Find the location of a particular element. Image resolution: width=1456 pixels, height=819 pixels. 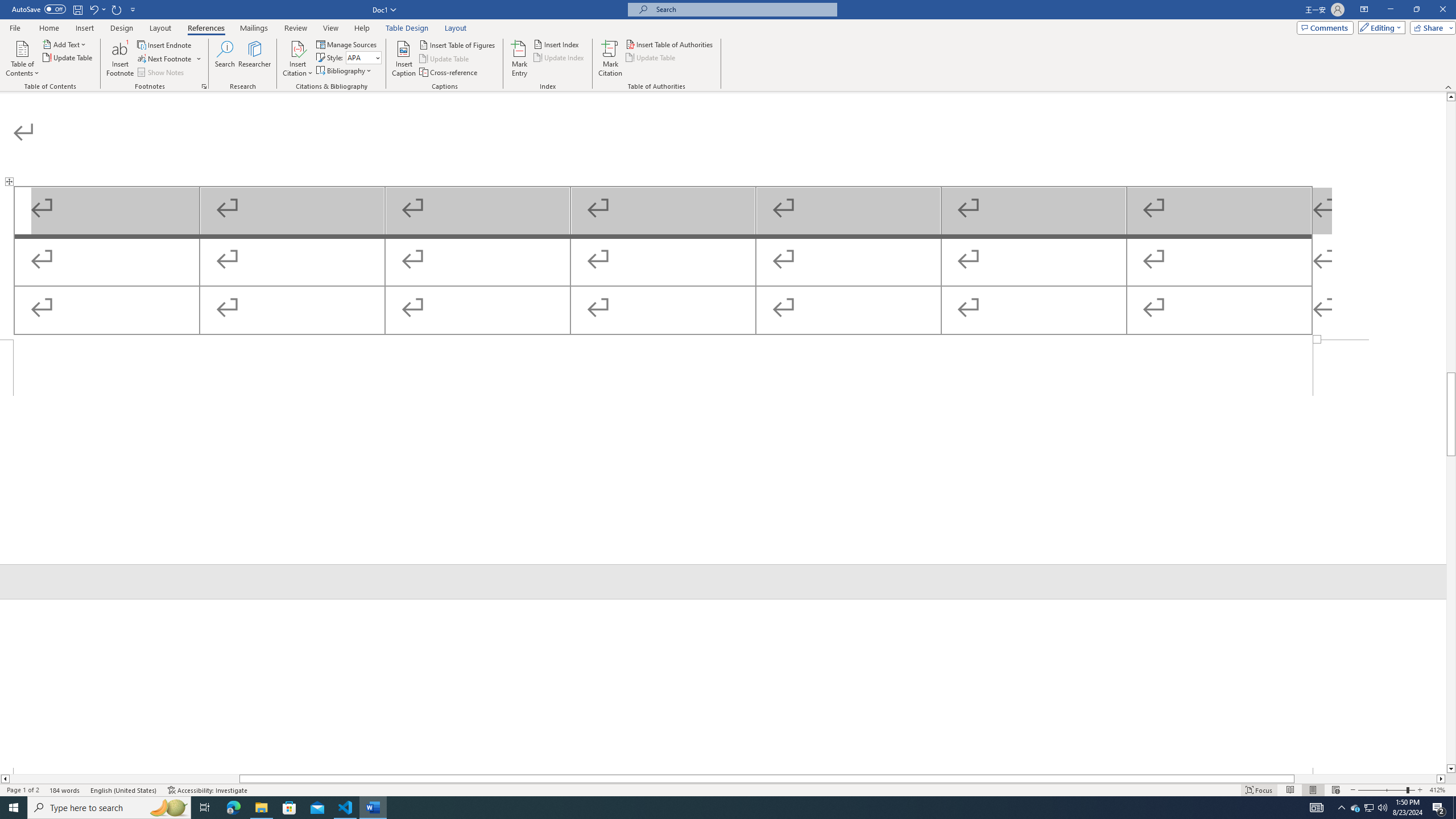

'Insert Endnote' is located at coordinates (164, 44).